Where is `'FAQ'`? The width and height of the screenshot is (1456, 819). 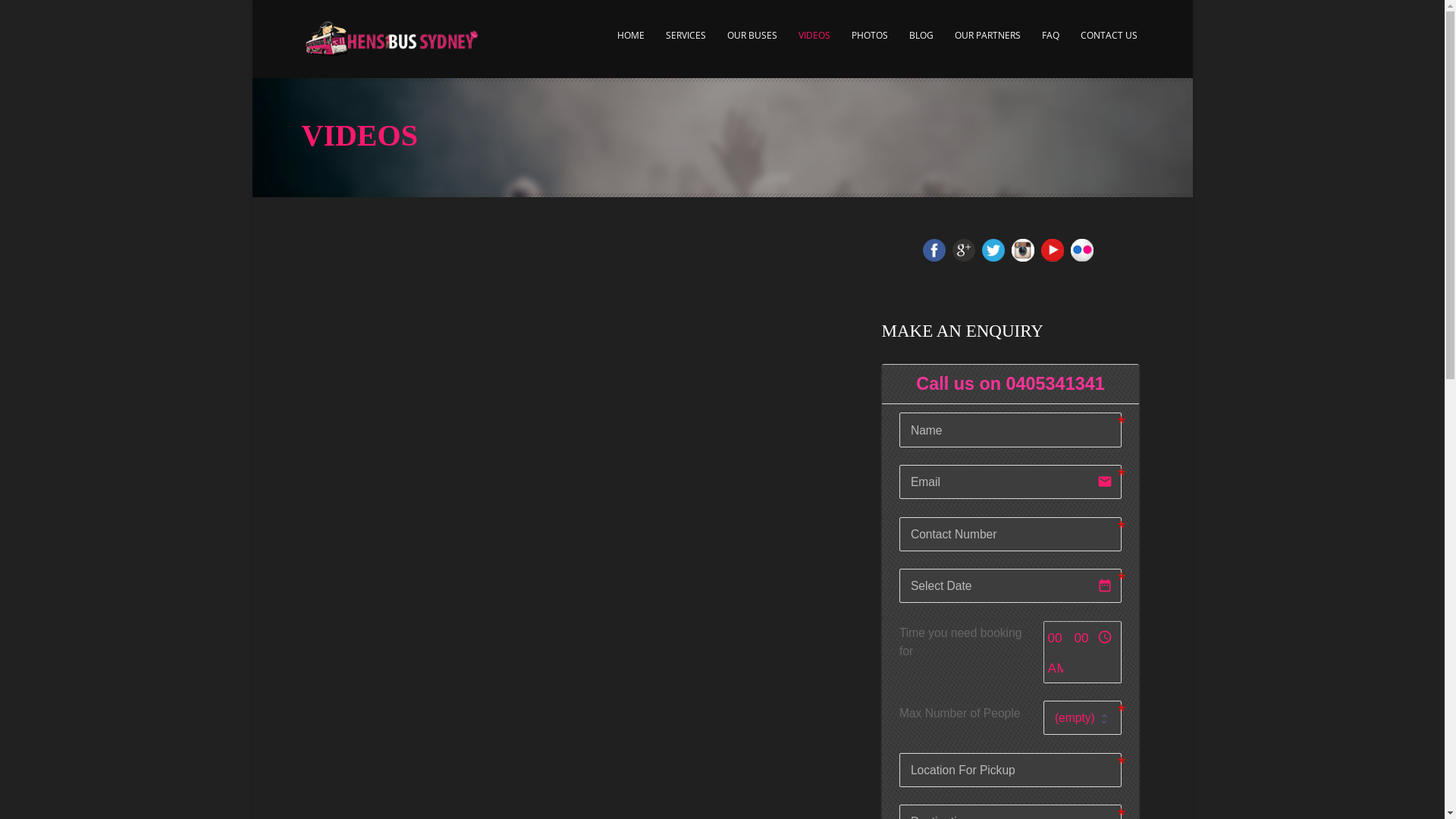 'FAQ' is located at coordinates (1037, 42).